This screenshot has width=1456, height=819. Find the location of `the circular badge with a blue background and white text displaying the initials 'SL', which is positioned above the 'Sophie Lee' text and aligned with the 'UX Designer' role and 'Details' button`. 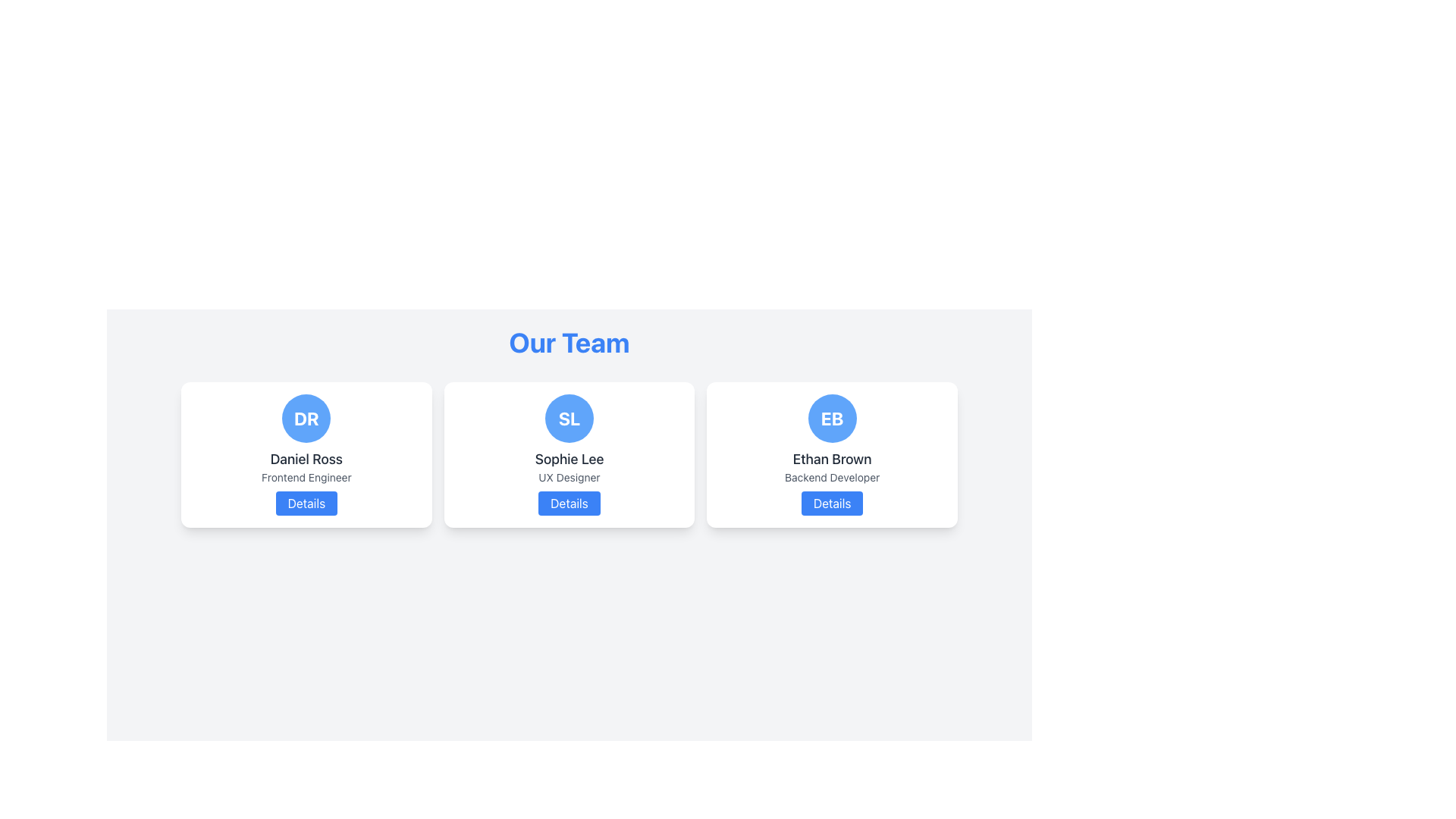

the circular badge with a blue background and white text displaying the initials 'SL', which is positioned above the 'Sophie Lee' text and aligned with the 'UX Designer' role and 'Details' button is located at coordinates (568, 418).